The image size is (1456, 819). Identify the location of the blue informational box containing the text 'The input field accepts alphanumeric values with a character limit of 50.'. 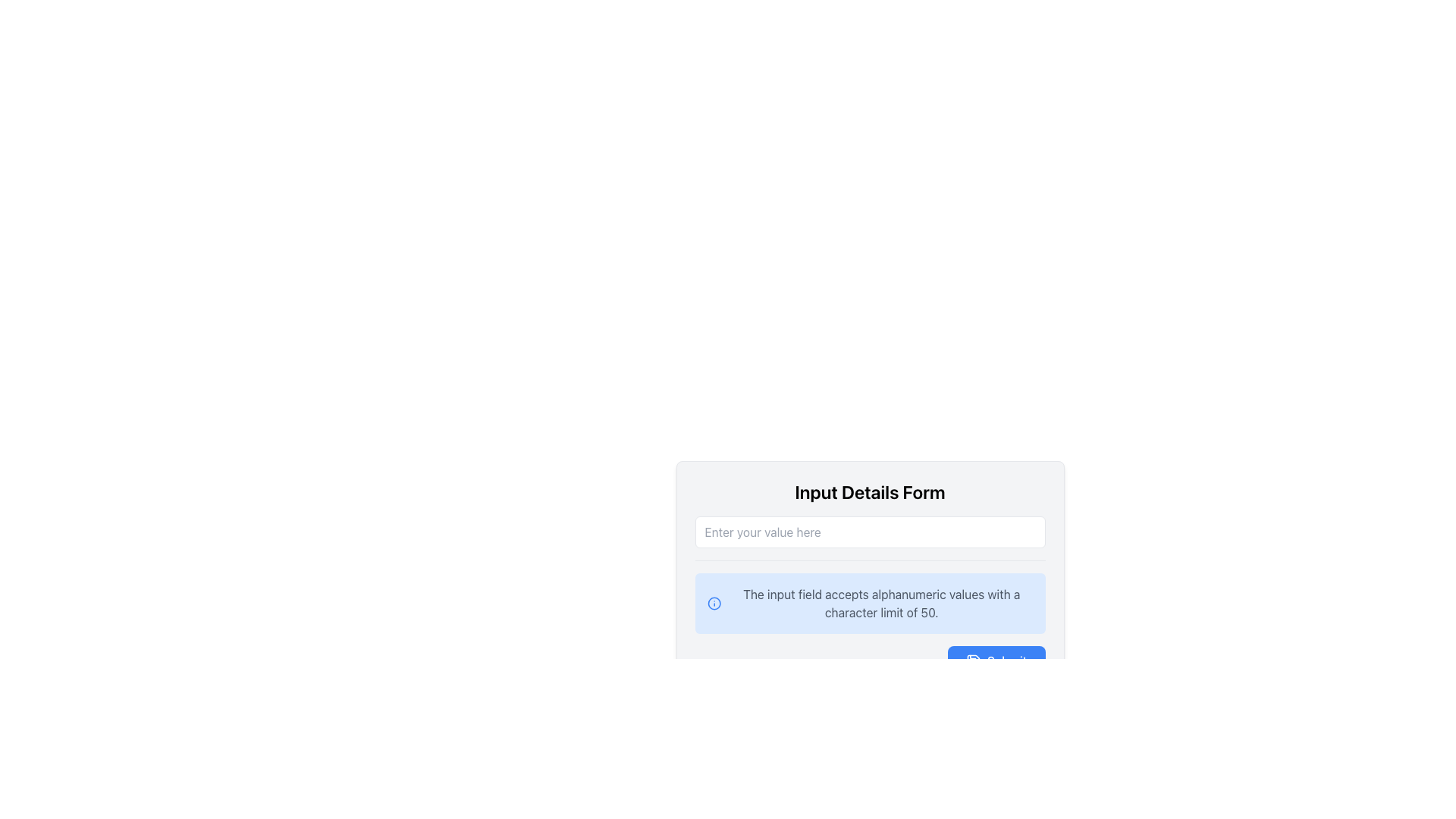
(870, 595).